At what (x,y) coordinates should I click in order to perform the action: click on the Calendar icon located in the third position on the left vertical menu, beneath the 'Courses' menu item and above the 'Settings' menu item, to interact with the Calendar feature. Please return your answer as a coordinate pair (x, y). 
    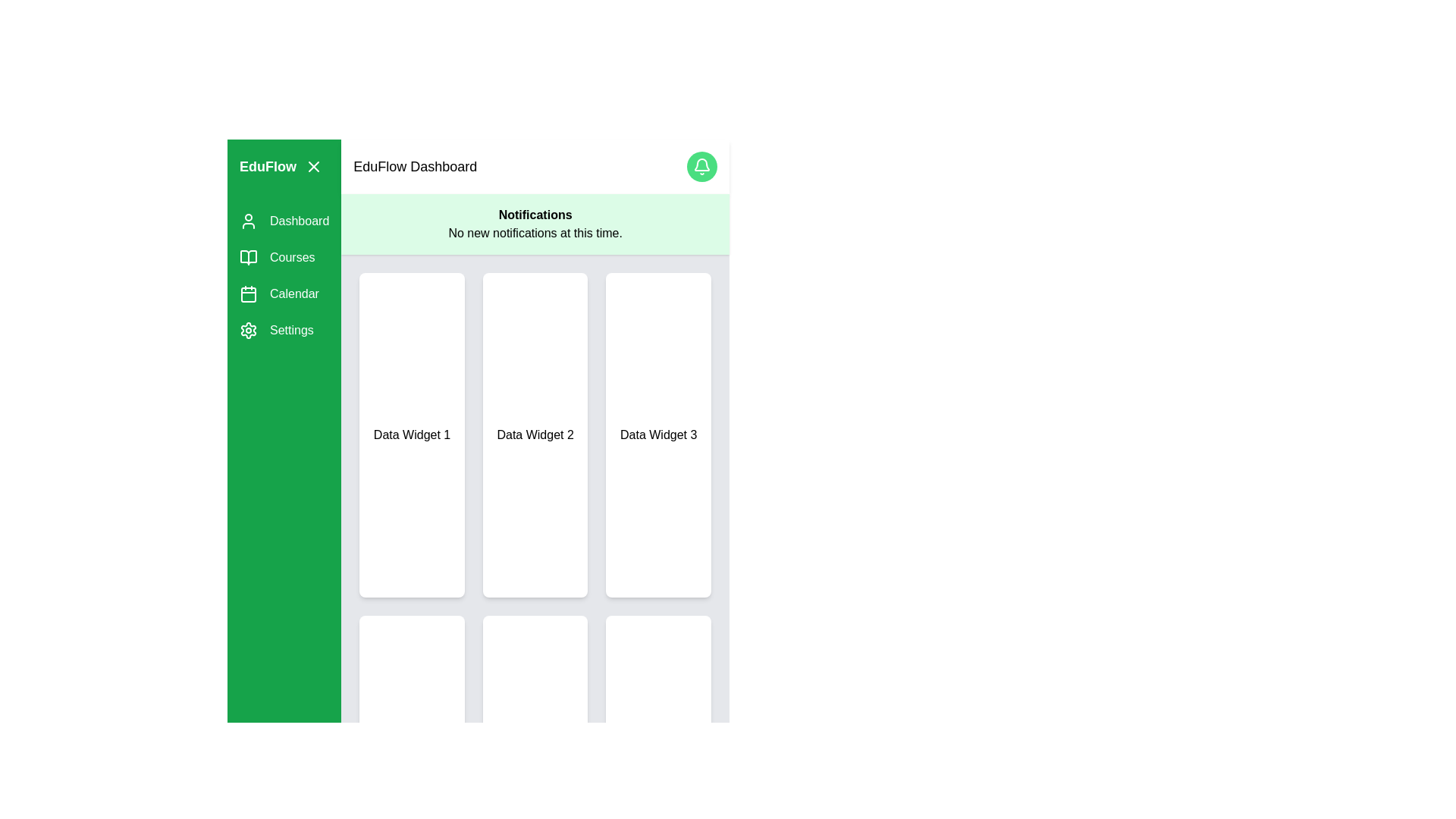
    Looking at the image, I should click on (248, 294).